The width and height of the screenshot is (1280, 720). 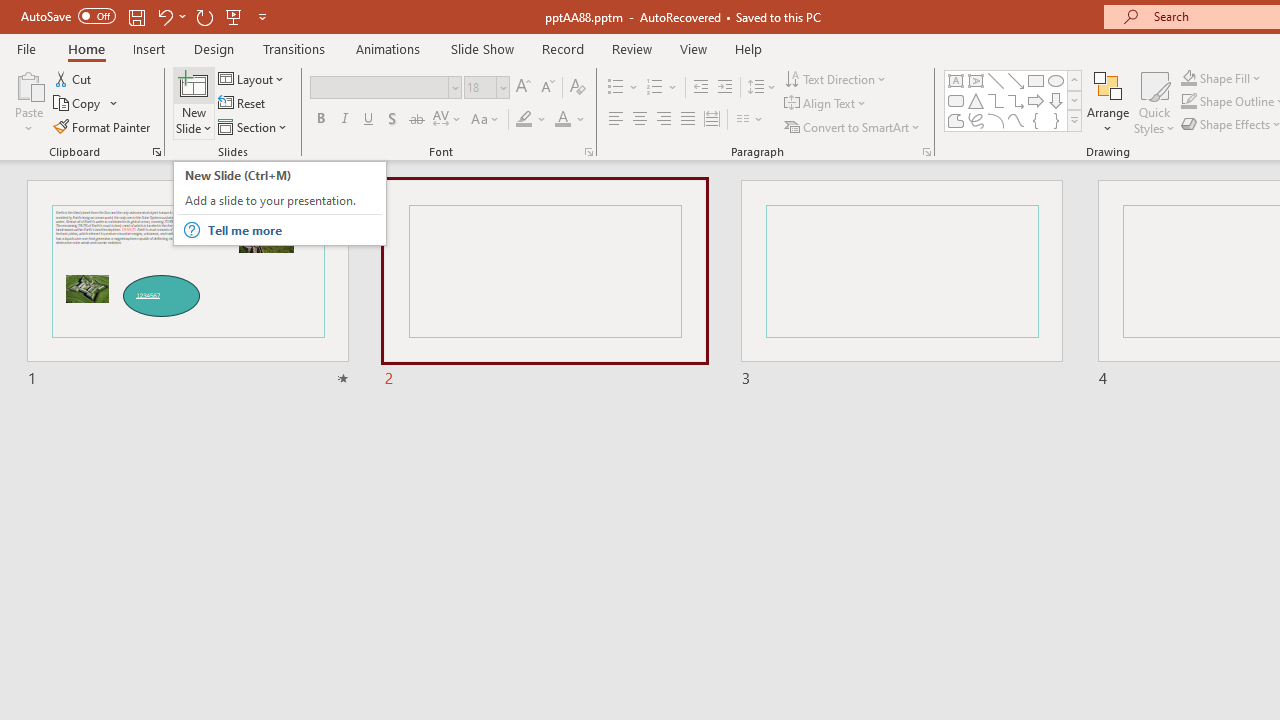 I want to click on 'Rectangle', so click(x=1036, y=80).